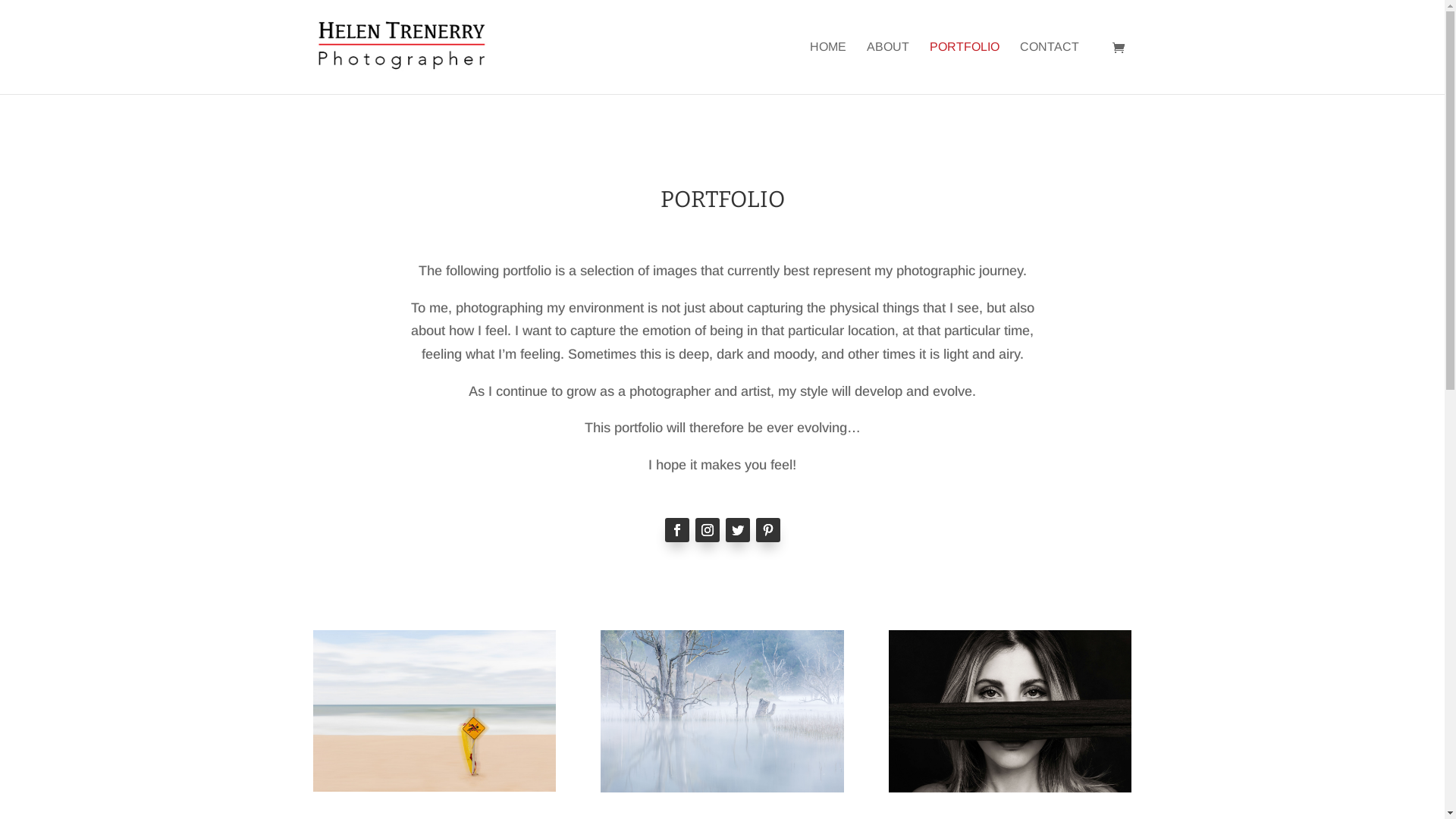  I want to click on 'CONTACT', so click(1047, 67).